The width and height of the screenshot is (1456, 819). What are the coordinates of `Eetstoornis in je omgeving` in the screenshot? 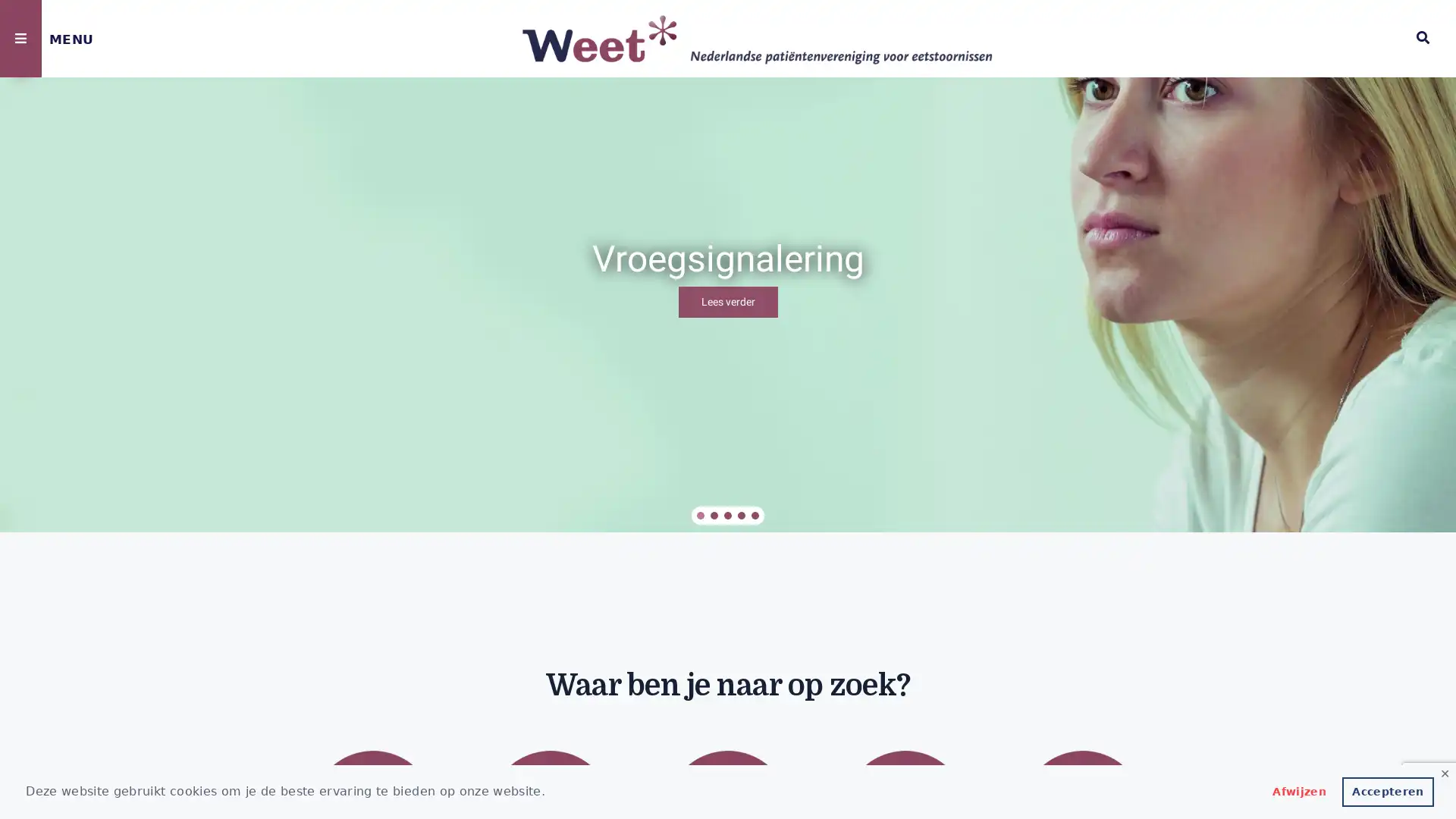 It's located at (713, 514).